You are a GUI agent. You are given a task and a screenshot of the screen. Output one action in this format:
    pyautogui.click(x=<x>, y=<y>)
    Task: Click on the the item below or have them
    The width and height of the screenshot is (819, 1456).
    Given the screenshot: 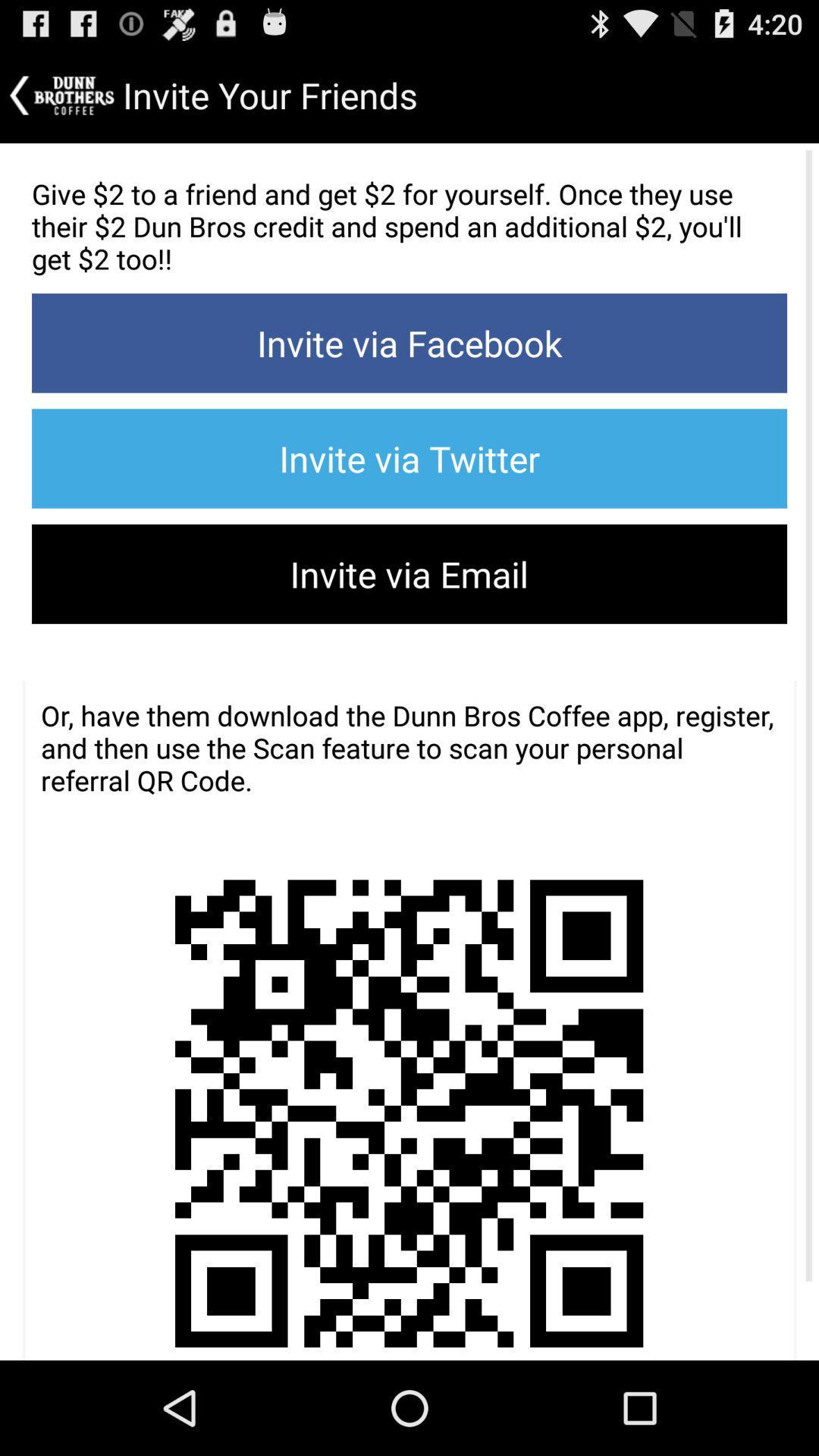 What is the action you would take?
    pyautogui.click(x=408, y=1087)
    